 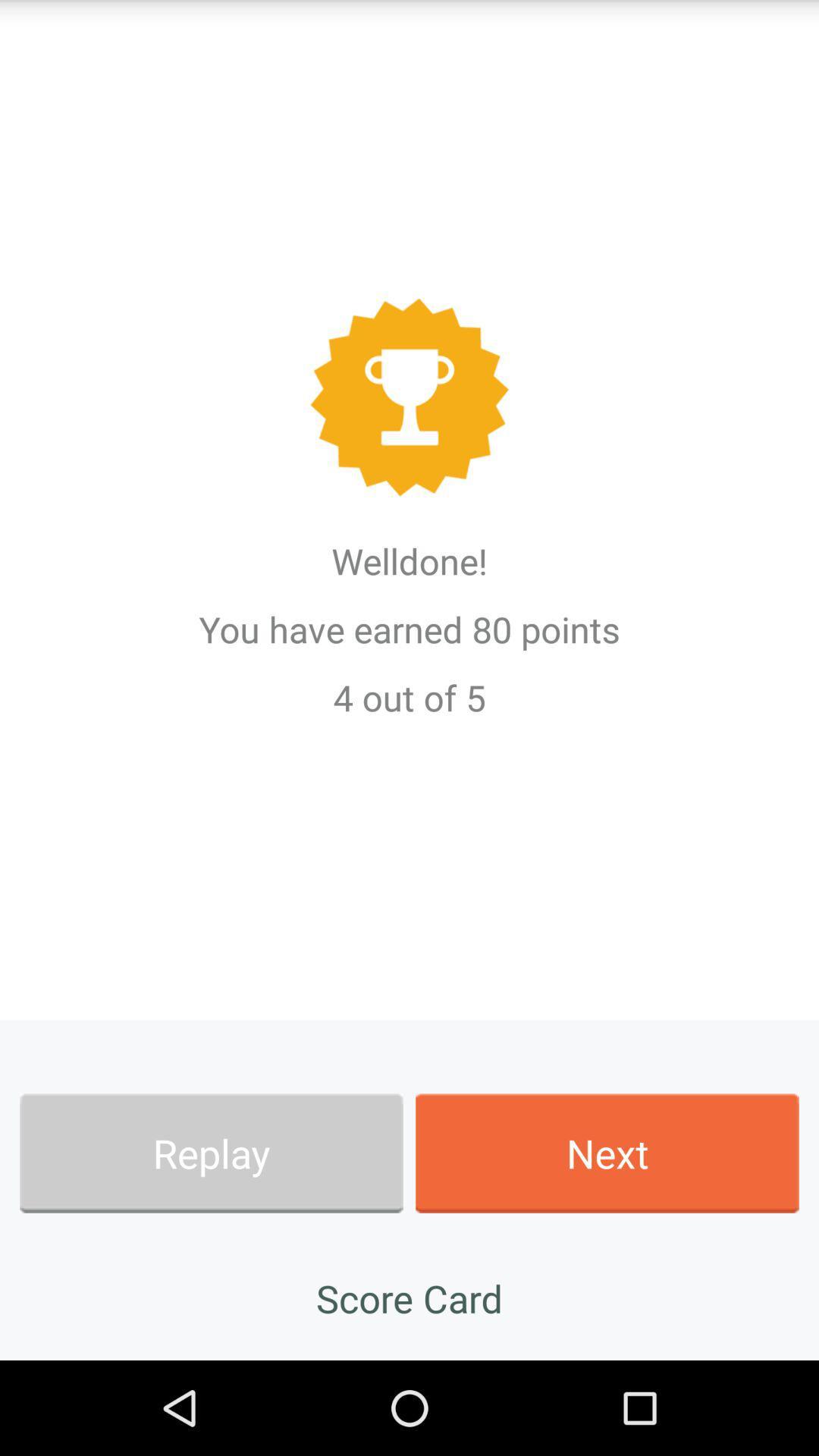 I want to click on item below the 4 out of app, so click(x=607, y=1153).